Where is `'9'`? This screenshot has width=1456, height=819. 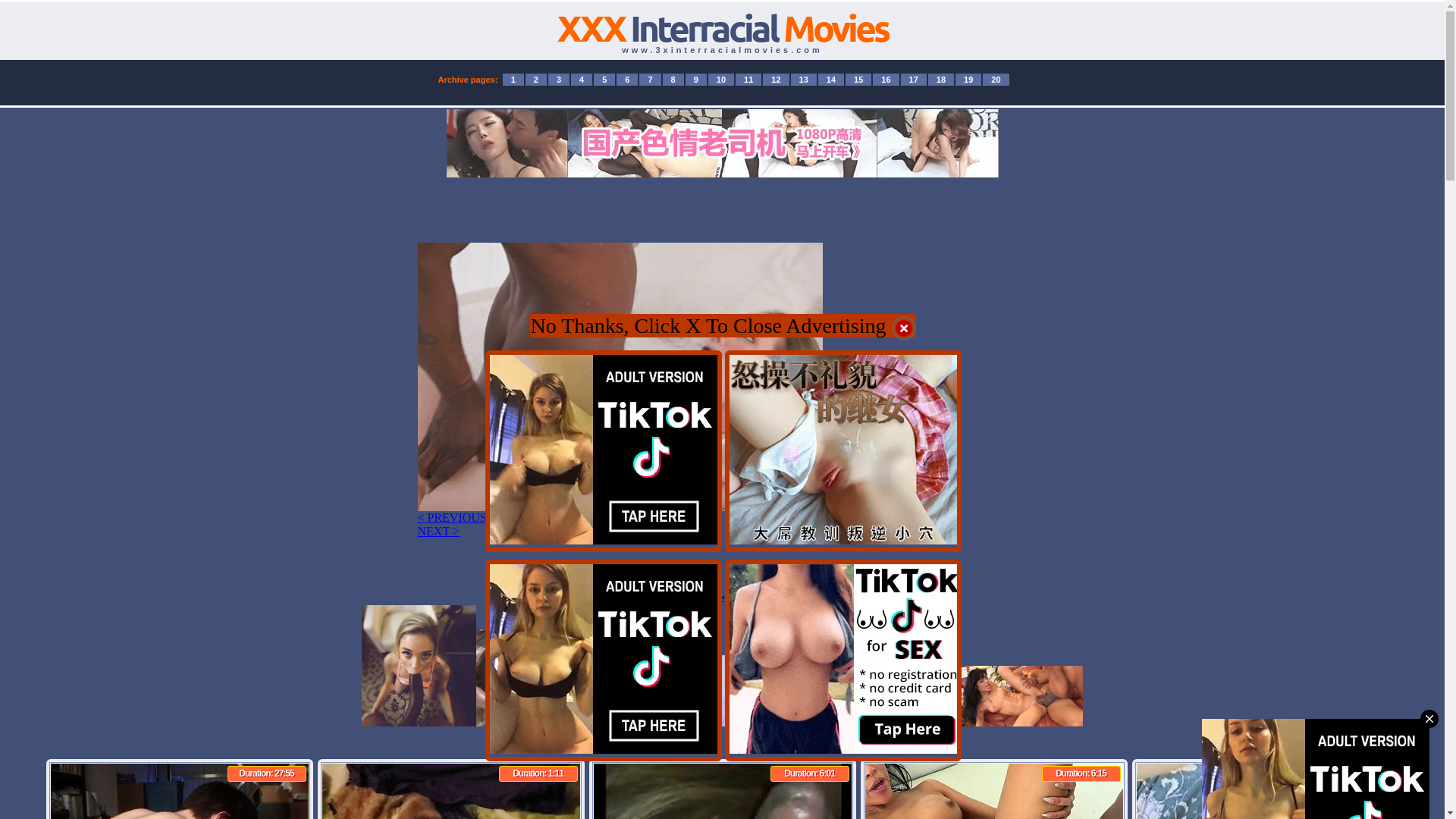 '9' is located at coordinates (695, 79).